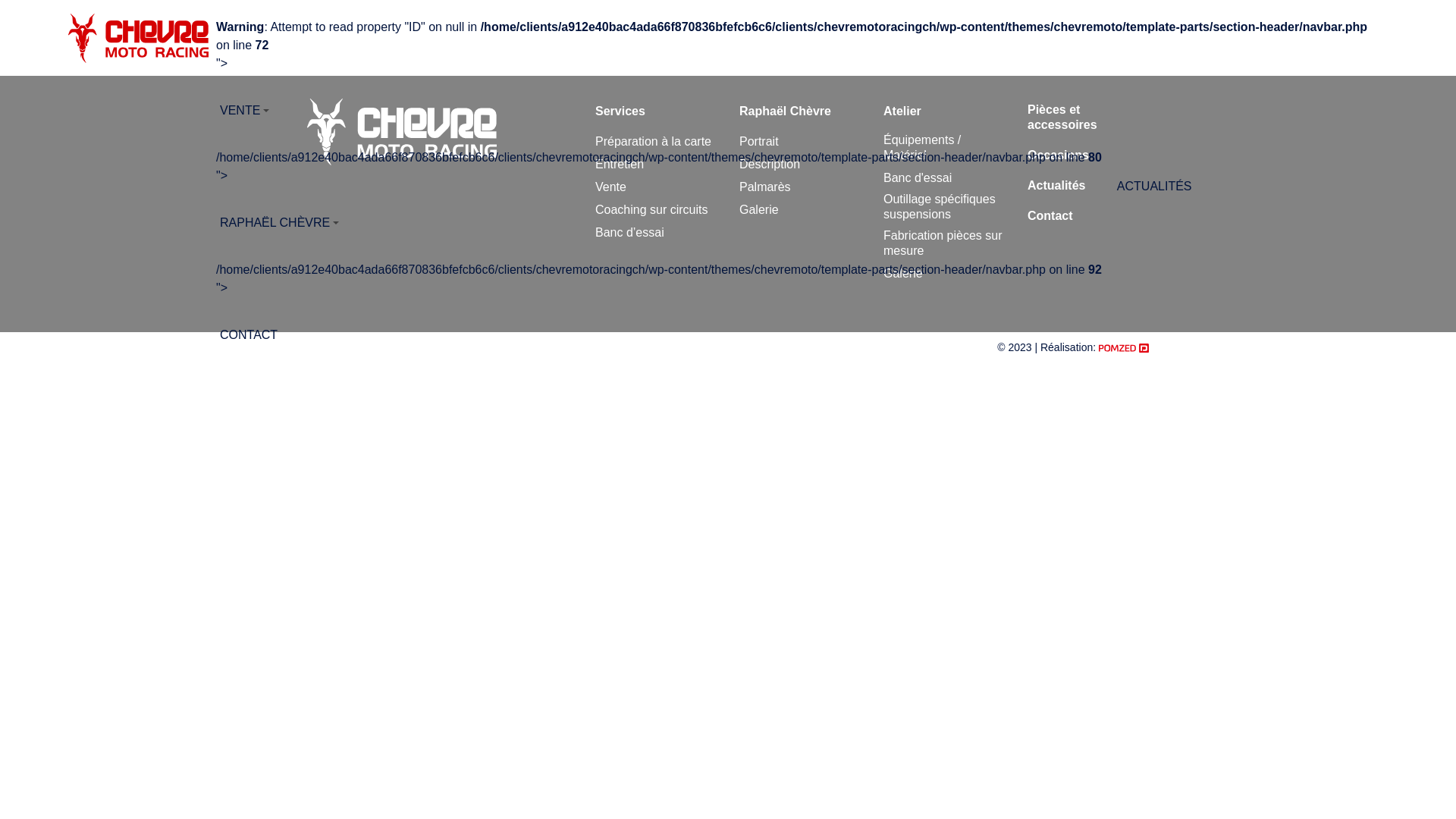 This screenshot has height=819, width=1456. Describe the element at coordinates (759, 210) in the screenshot. I see `'Galerie'` at that location.